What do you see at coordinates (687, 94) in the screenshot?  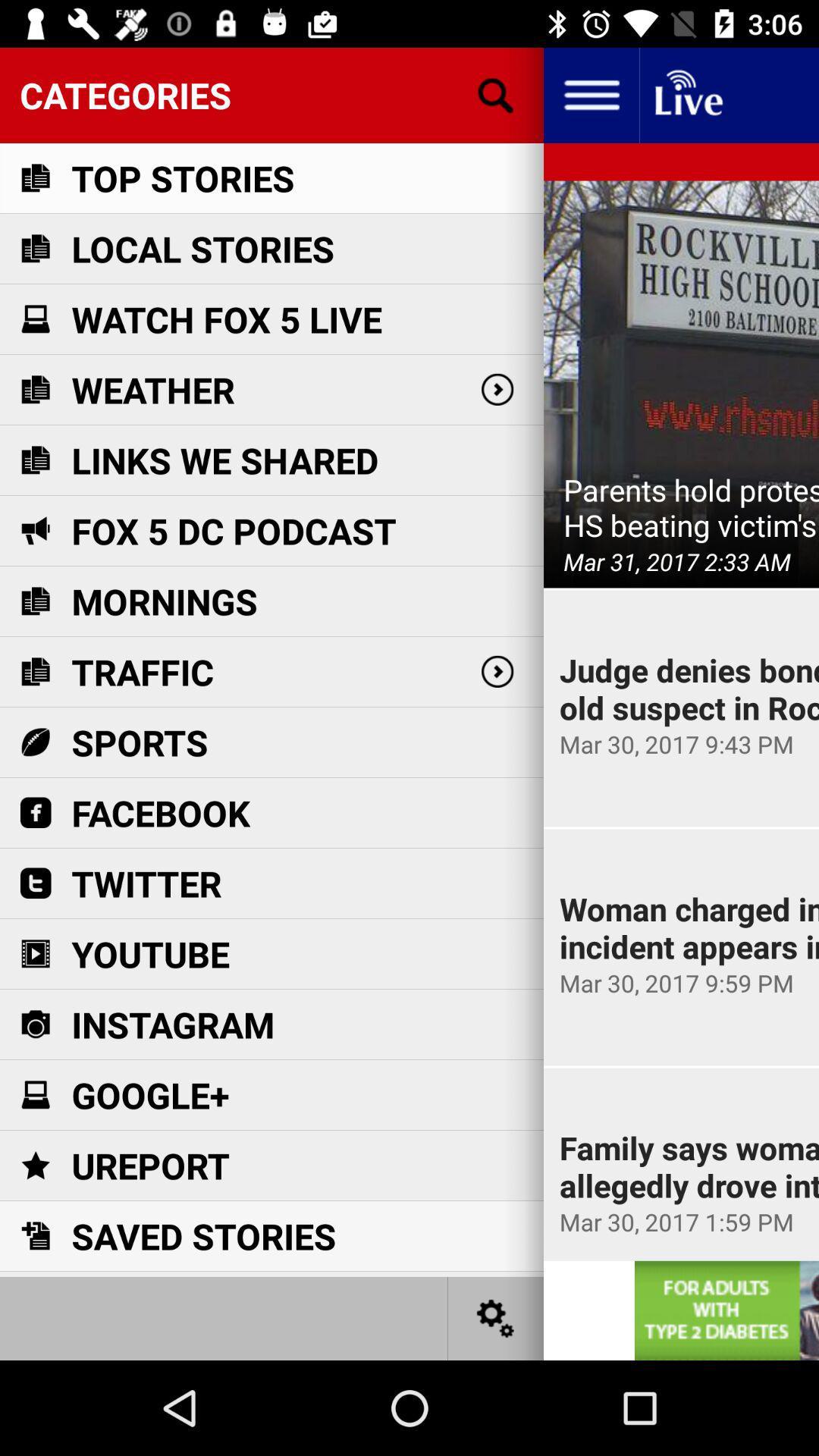 I see `homepage` at bounding box center [687, 94].